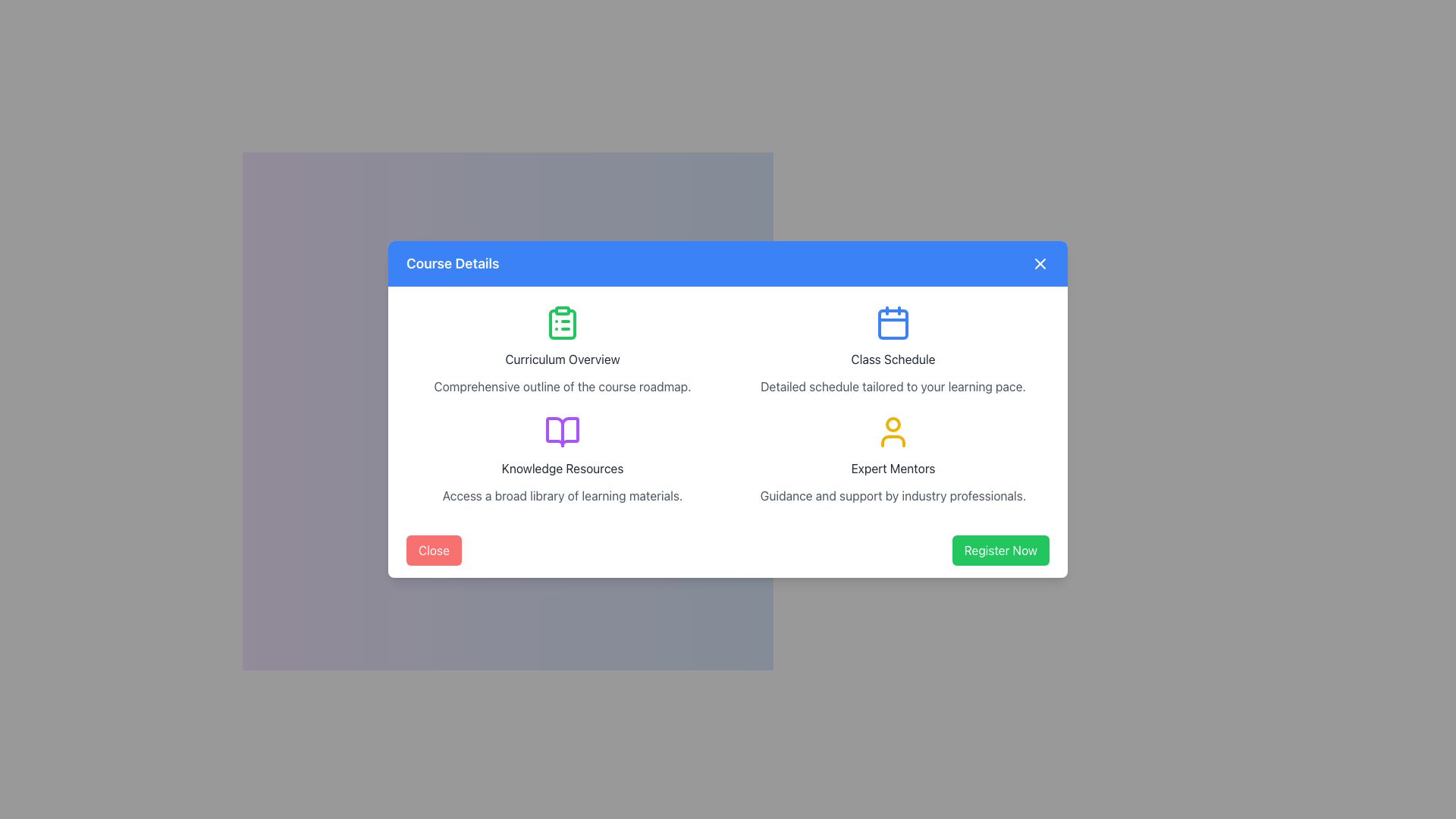 This screenshot has width=1456, height=819. I want to click on the 'Curriculum Overview' icon that represents a checklist, located at the top of its group, centered horizontally above the heading and description, so click(562, 322).